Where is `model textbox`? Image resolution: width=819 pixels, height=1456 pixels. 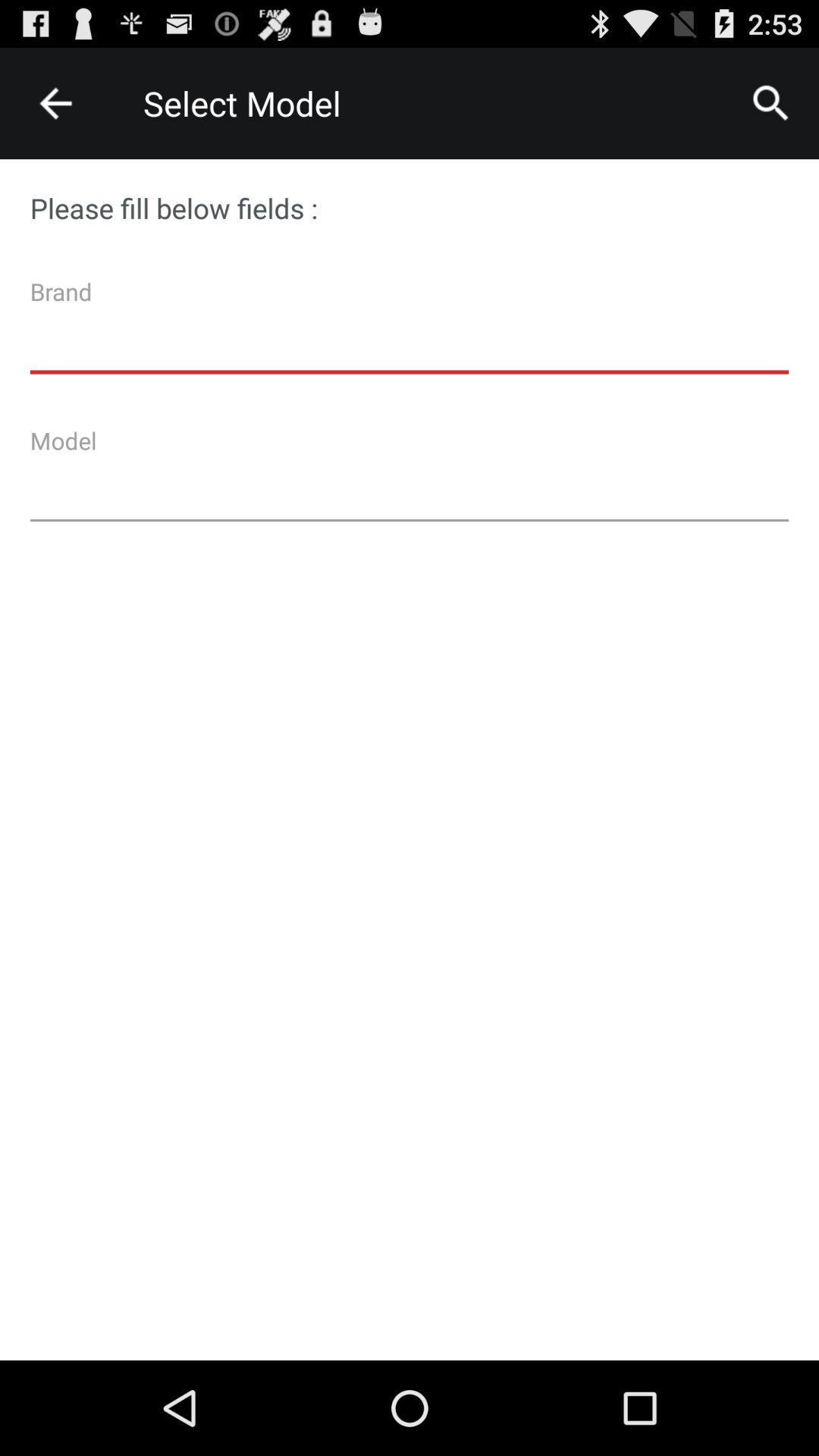 model textbox is located at coordinates (409, 479).